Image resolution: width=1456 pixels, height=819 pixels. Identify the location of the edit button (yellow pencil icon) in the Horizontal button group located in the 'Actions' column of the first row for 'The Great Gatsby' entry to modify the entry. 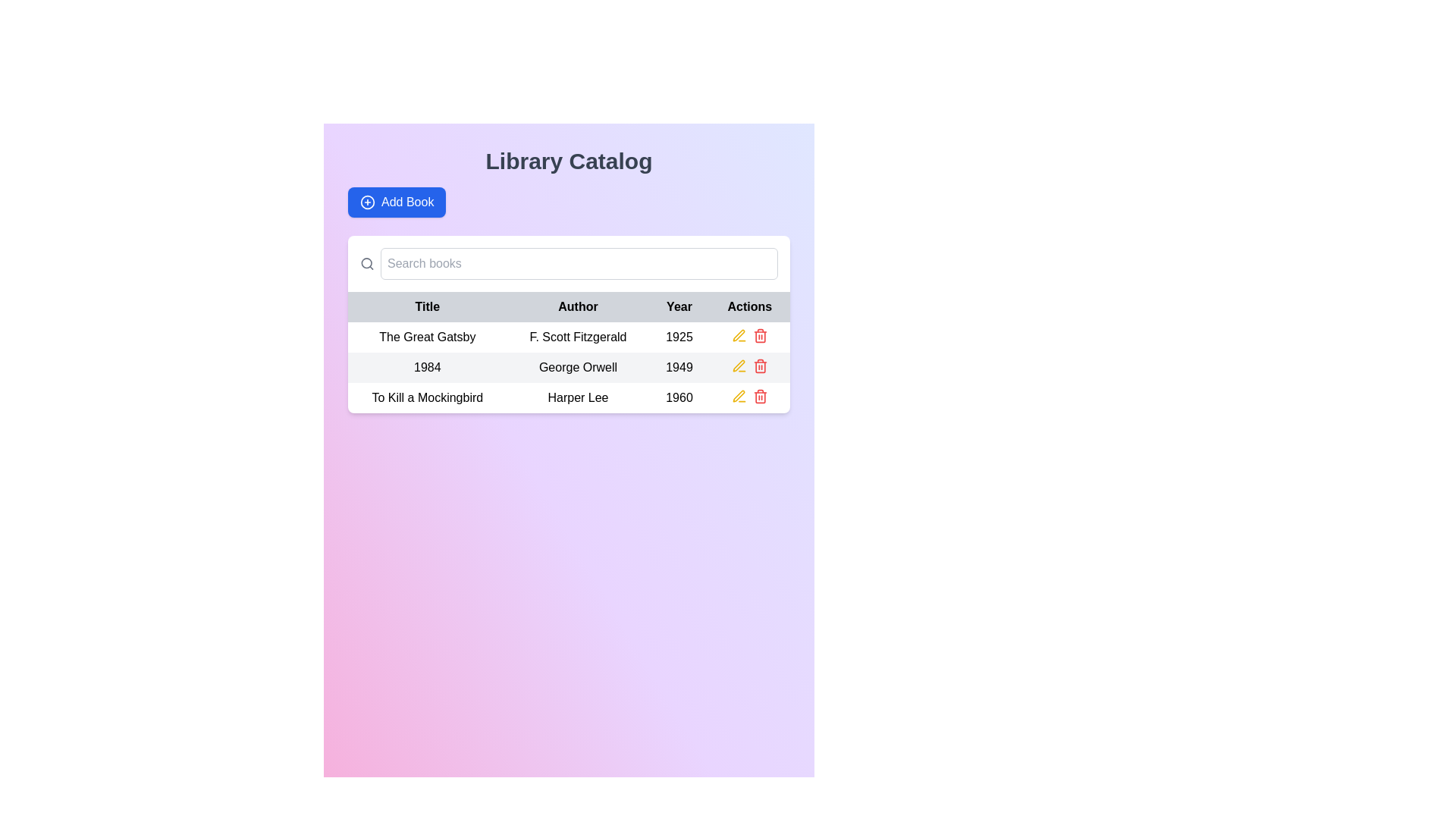
(749, 335).